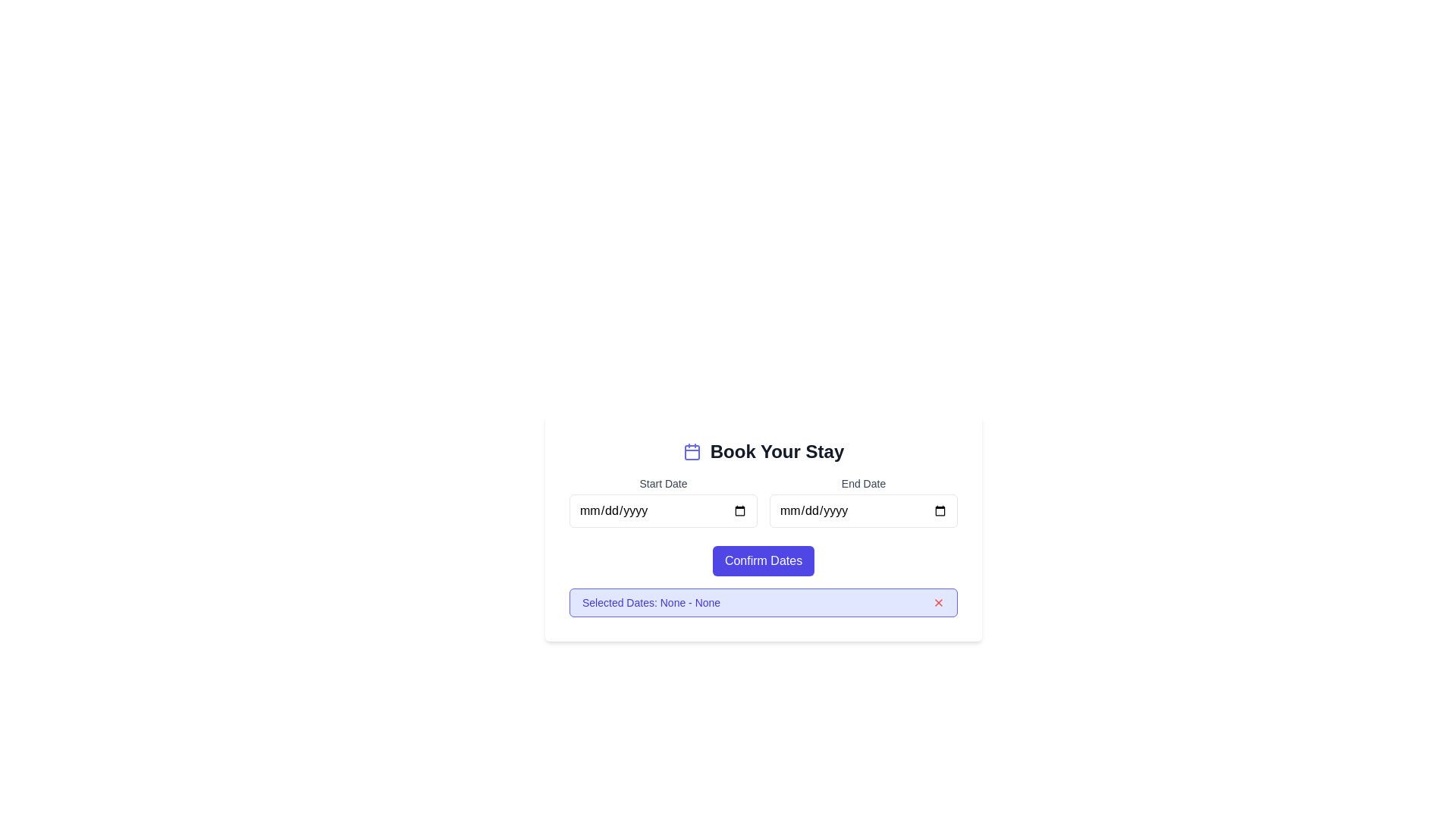 The image size is (1456, 819). I want to click on the close icon located at the rightmost position of the footer section, so click(938, 601).